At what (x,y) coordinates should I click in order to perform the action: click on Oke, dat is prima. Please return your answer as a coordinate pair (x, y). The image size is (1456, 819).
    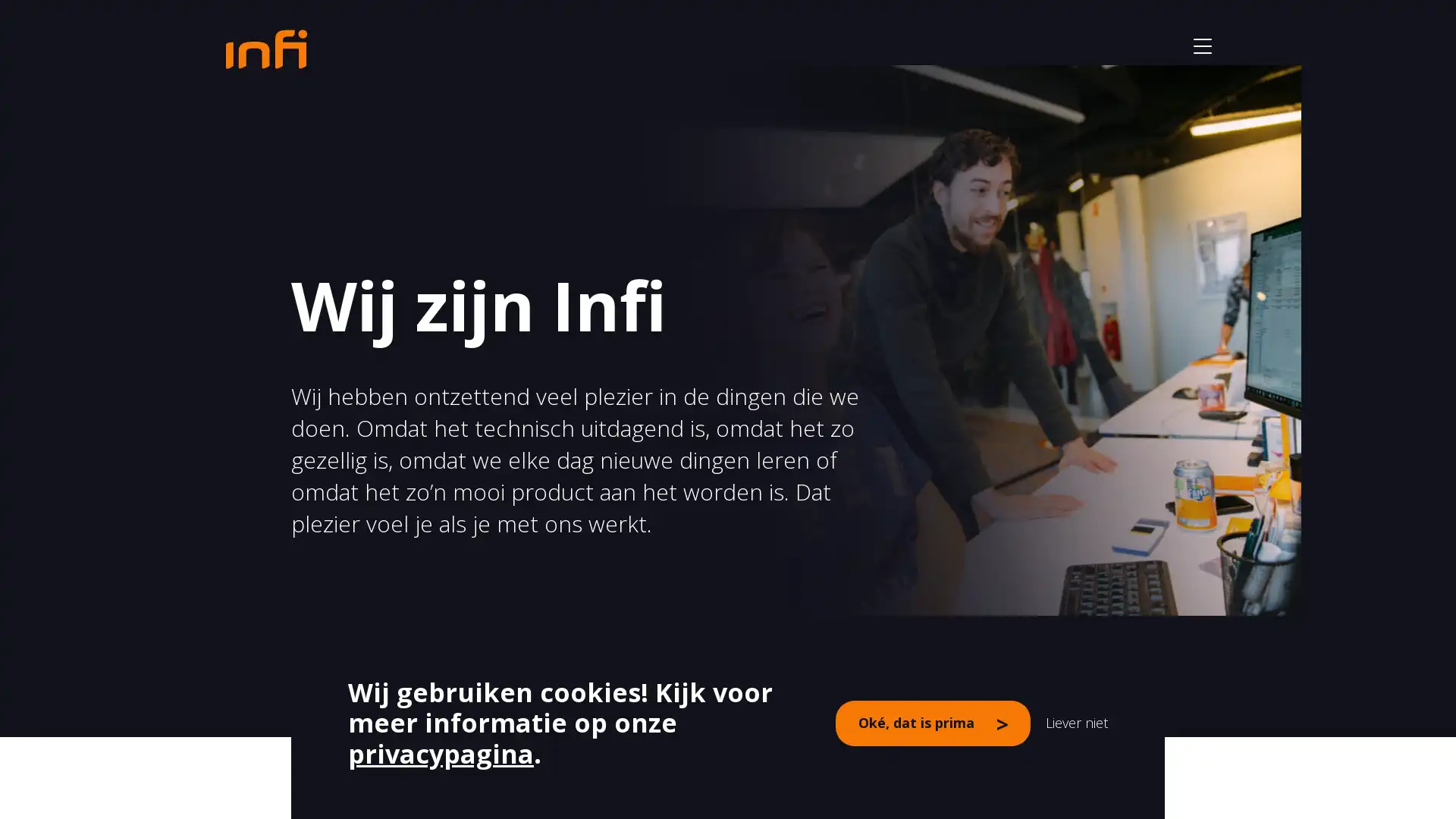
    Looking at the image, I should click on (932, 721).